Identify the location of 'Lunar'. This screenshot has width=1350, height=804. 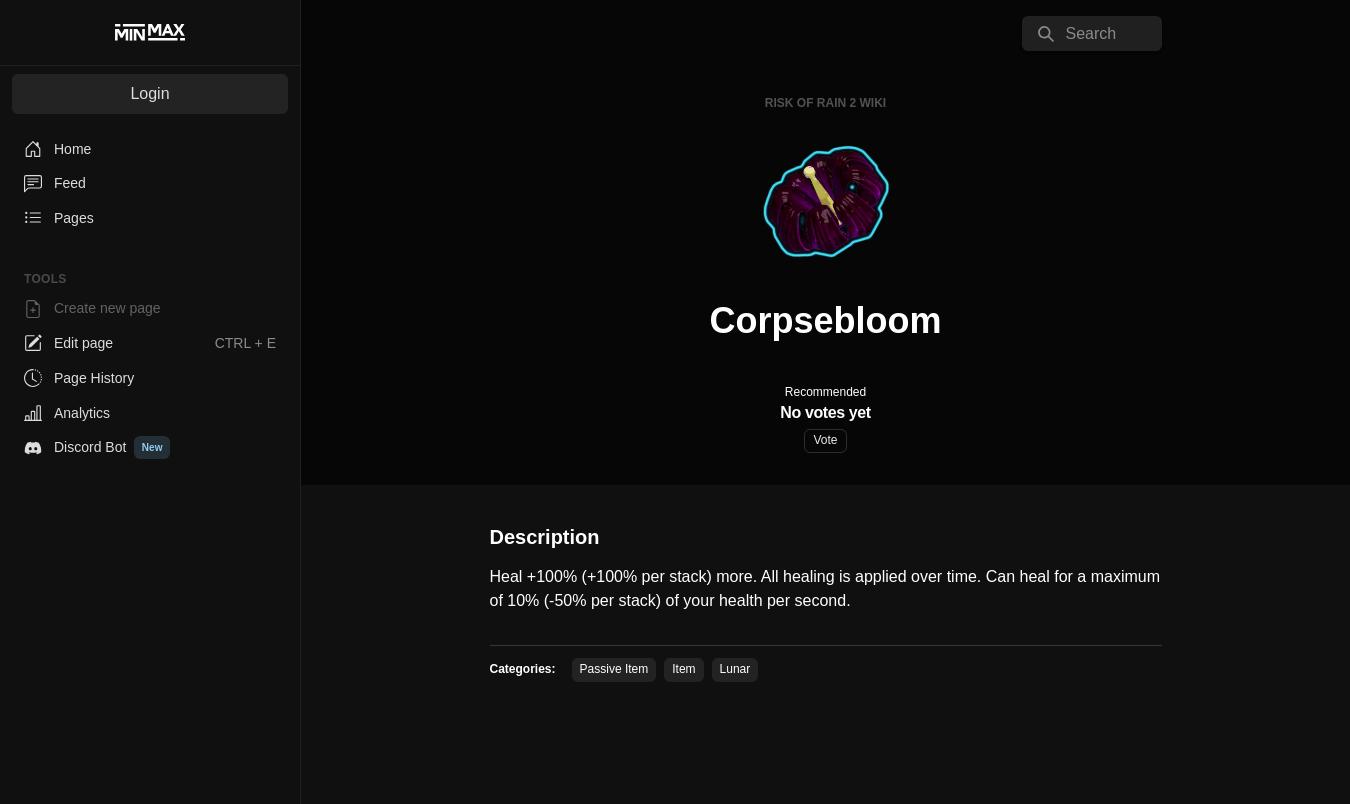
(733, 668).